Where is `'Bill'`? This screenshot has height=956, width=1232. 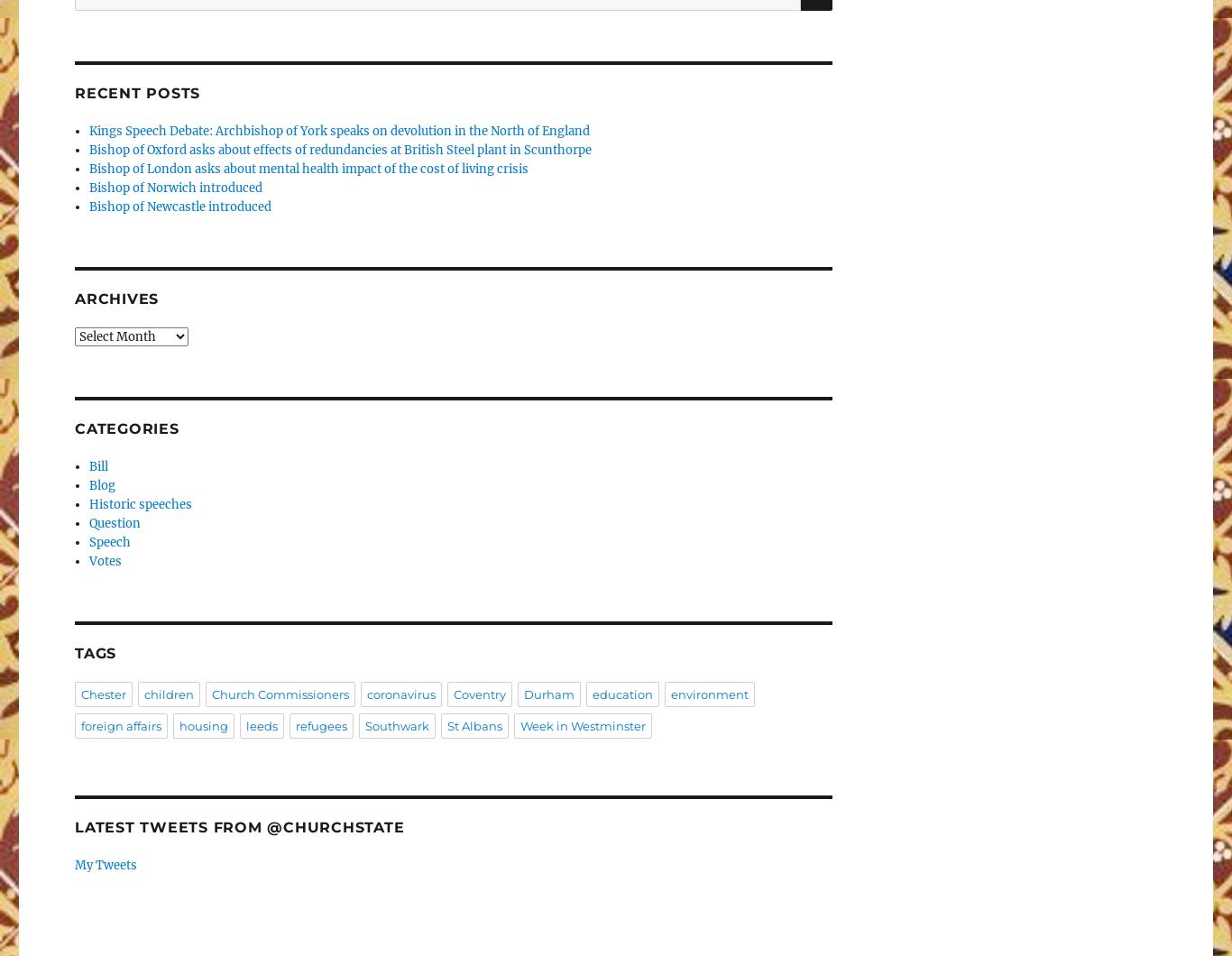 'Bill' is located at coordinates (98, 464).